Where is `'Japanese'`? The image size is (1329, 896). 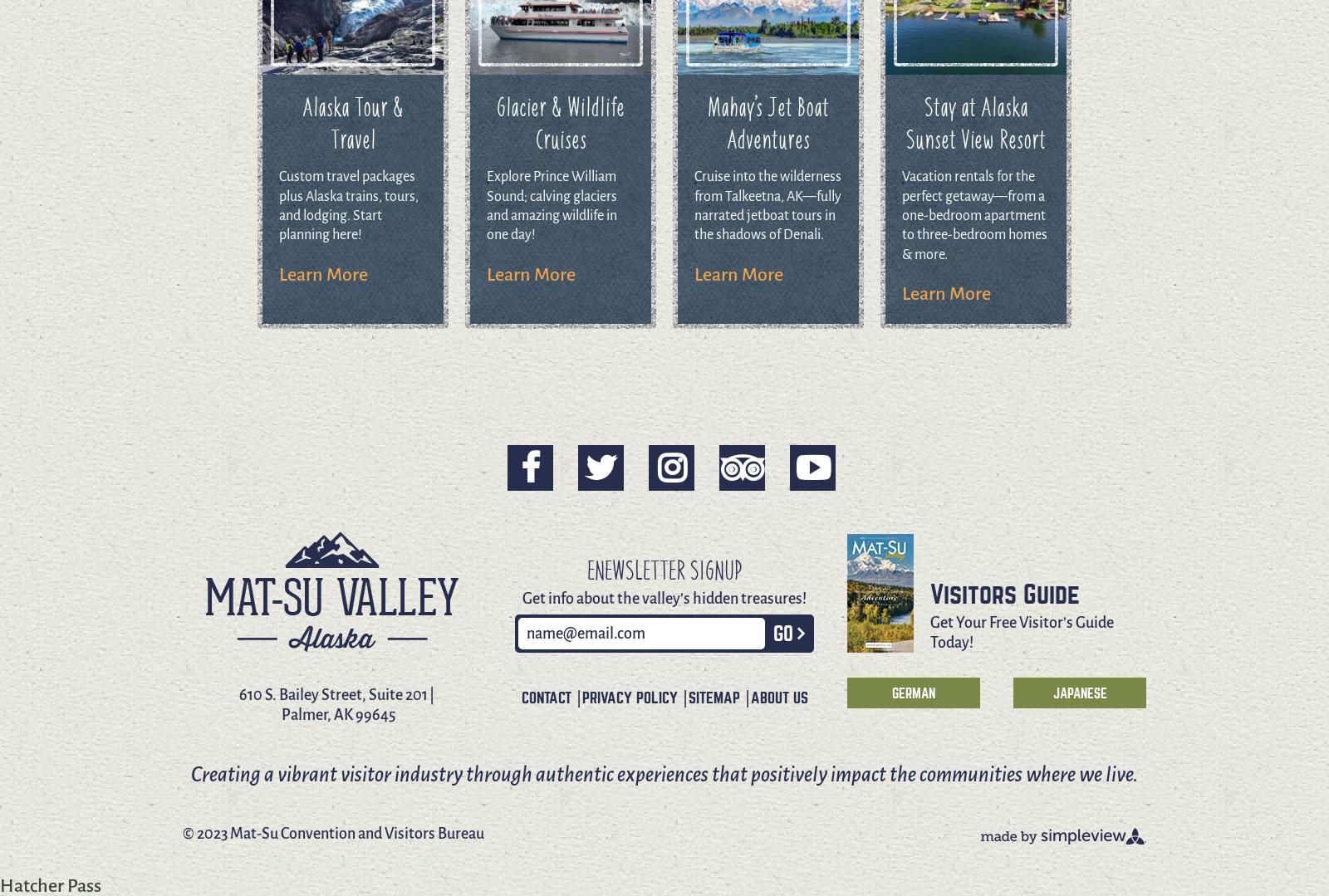 'Japanese' is located at coordinates (1078, 693).